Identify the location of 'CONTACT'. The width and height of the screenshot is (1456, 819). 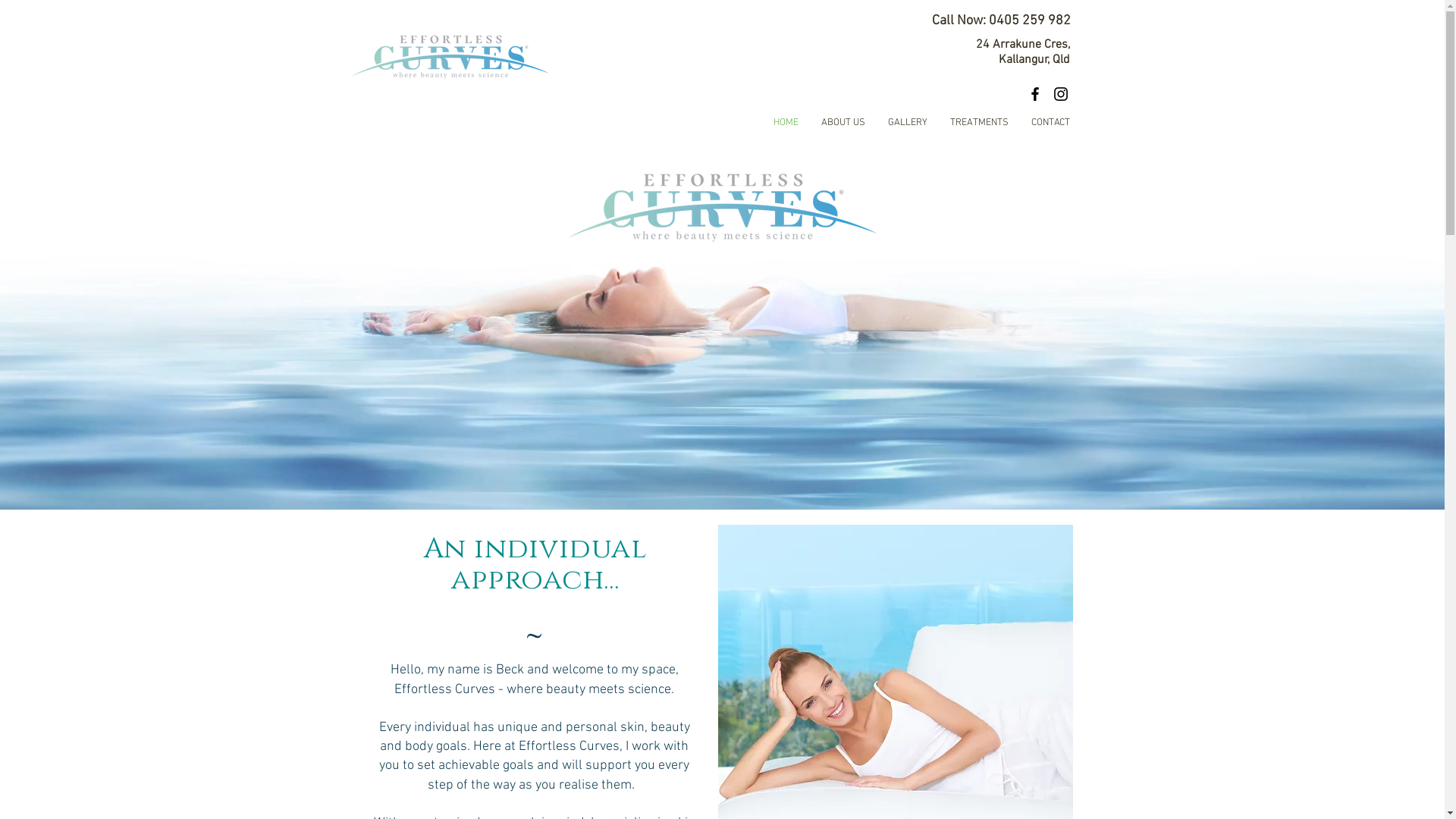
(1049, 122).